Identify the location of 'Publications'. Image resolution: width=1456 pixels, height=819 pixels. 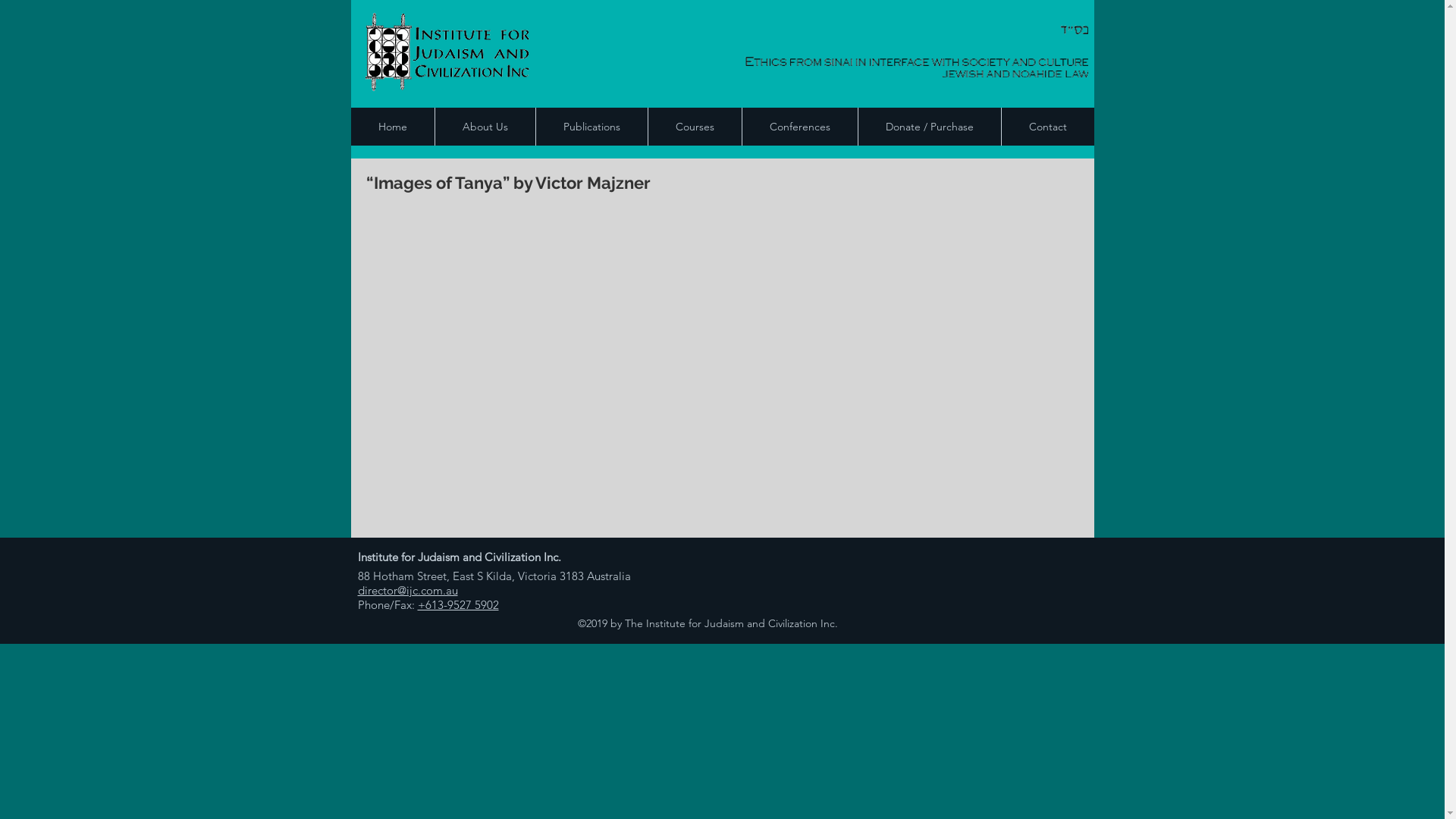
(590, 125).